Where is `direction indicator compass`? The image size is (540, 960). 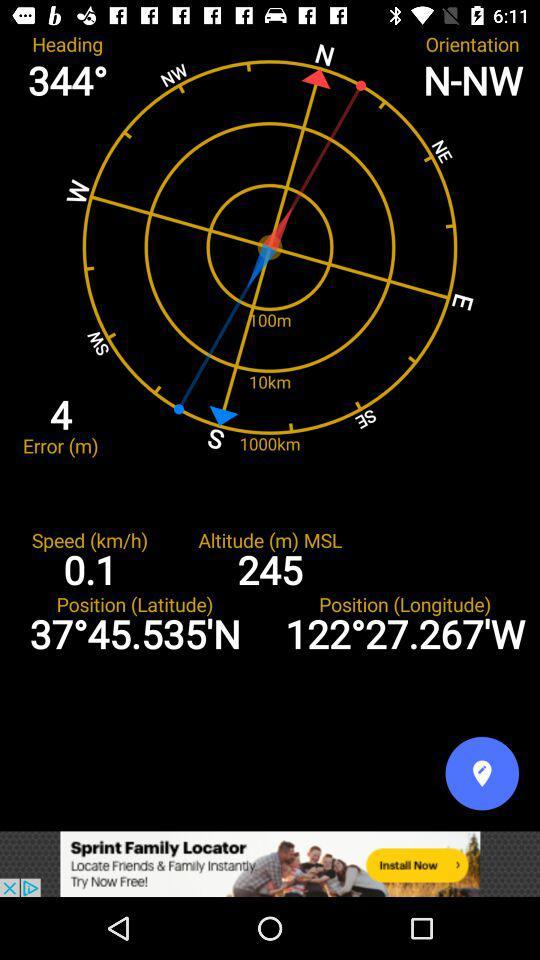 direction indicator compass is located at coordinates (481, 772).